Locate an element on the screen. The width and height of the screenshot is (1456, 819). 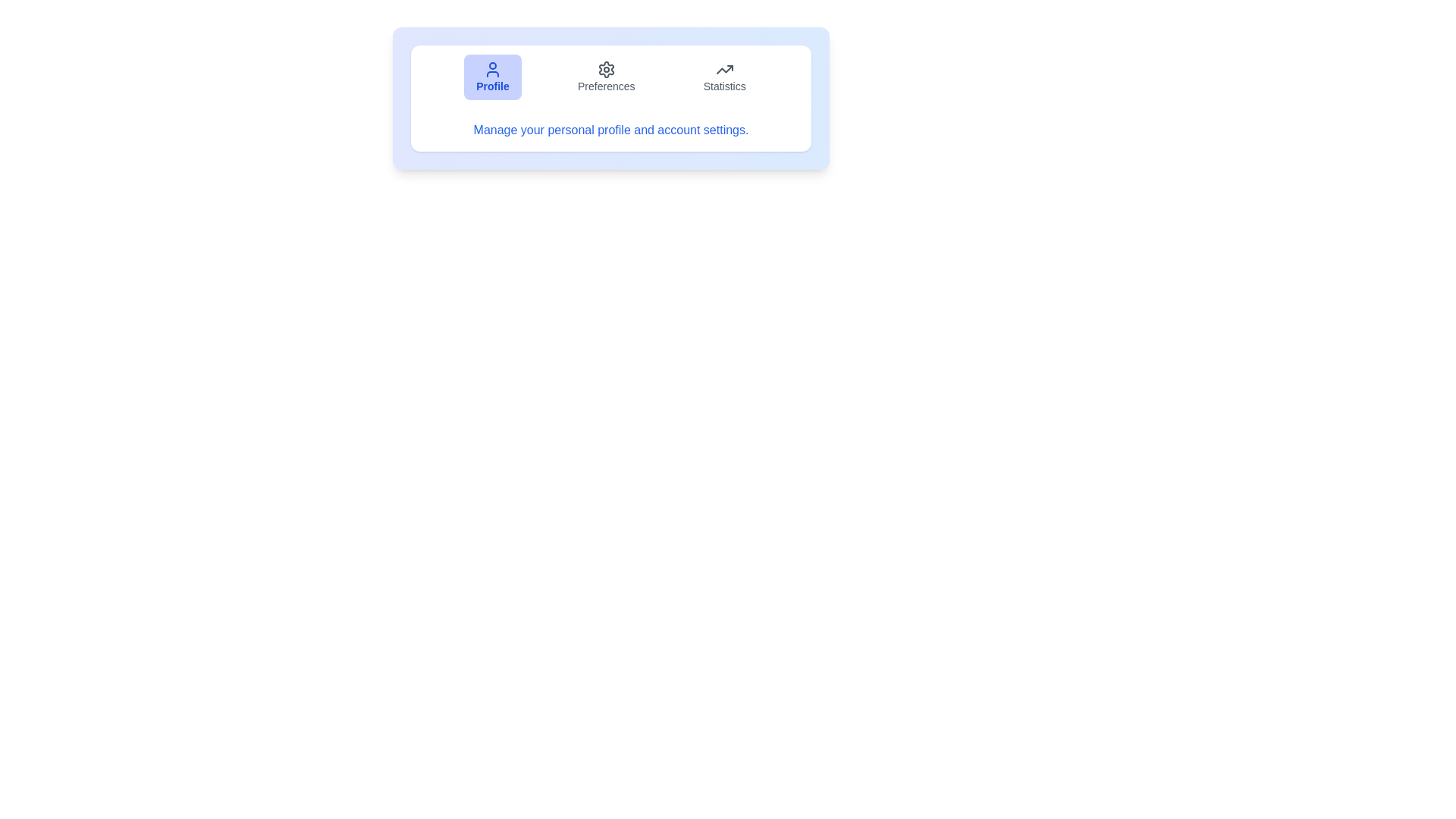
the Preferences tab by clicking on its button is located at coordinates (604, 77).